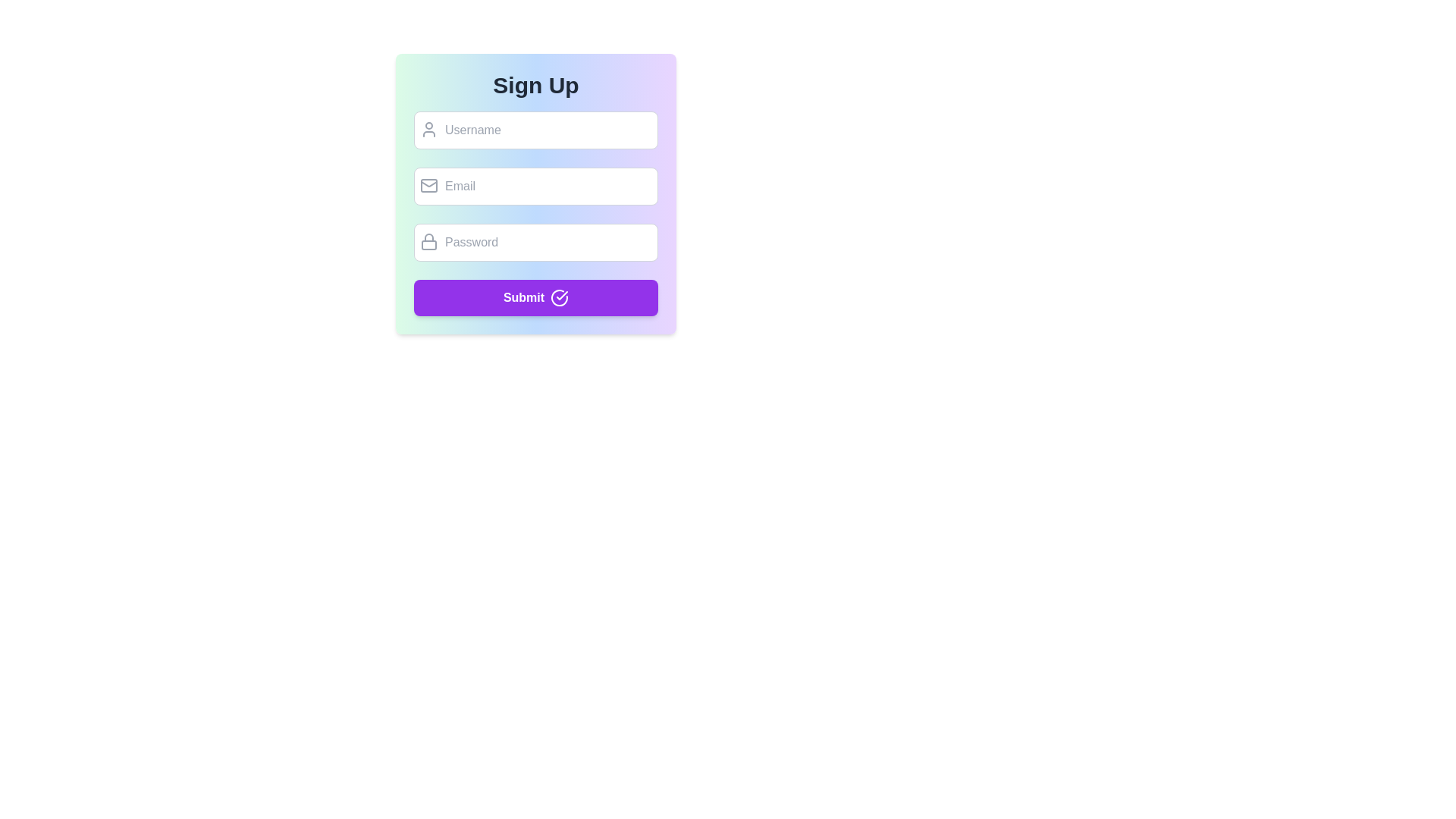 The height and width of the screenshot is (819, 1456). Describe the element at coordinates (535, 186) in the screenshot. I see `the Email input field in the Sign Up form to focus on it` at that location.